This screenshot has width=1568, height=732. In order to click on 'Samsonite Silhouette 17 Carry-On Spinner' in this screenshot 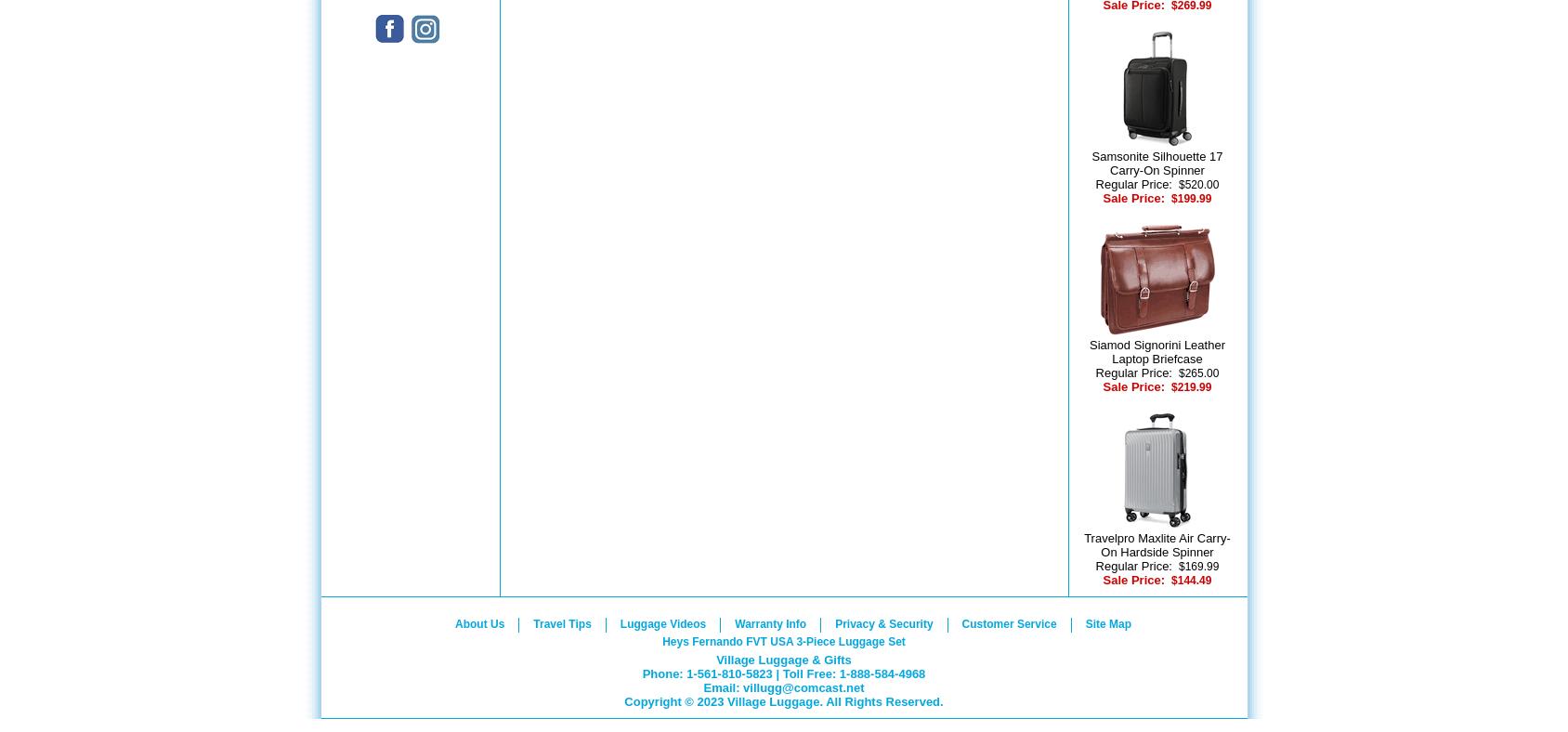, I will do `click(1156, 163)`.